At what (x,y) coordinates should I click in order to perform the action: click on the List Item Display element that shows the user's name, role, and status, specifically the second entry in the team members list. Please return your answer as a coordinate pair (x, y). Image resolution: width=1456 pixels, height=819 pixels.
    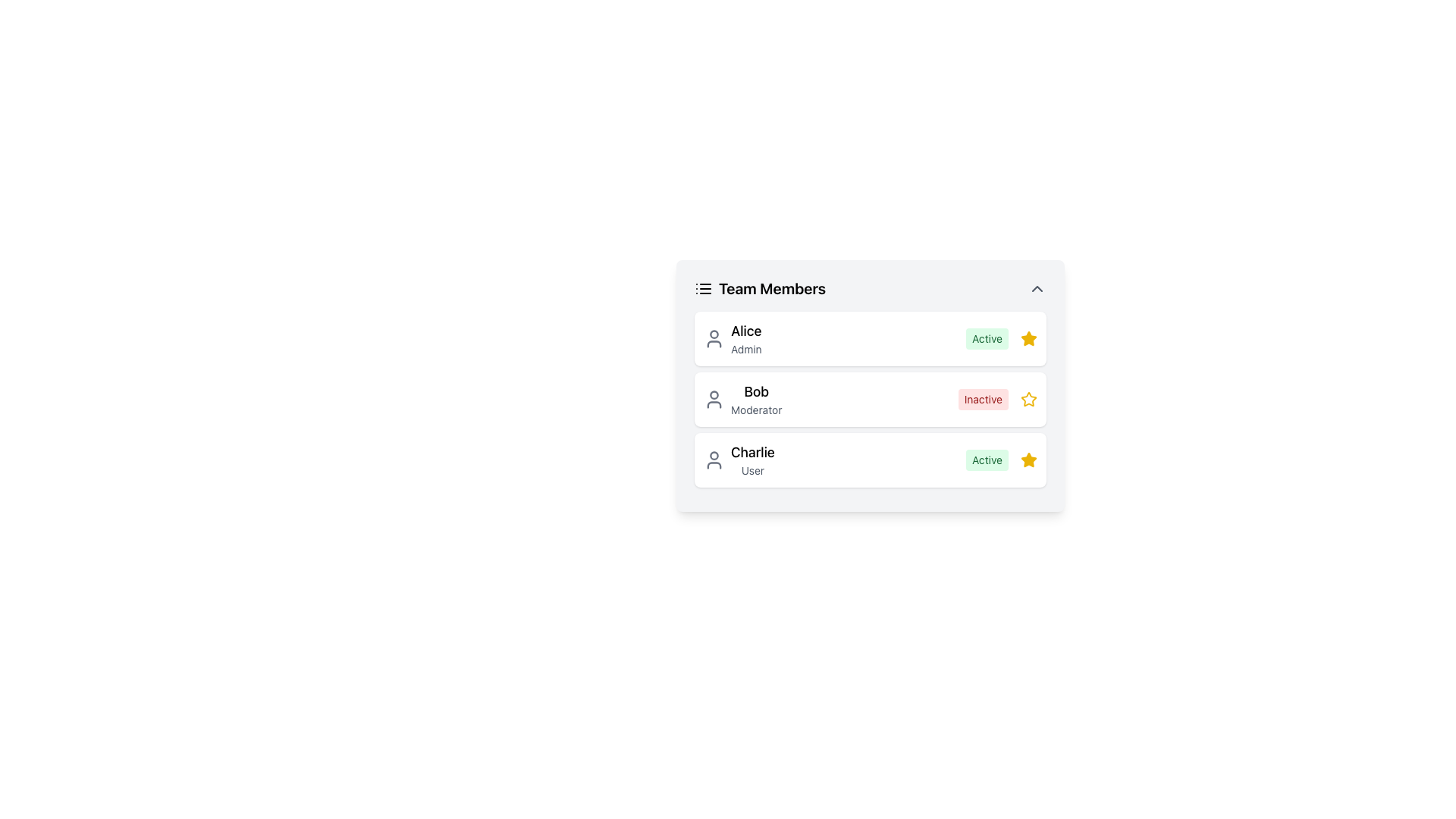
    Looking at the image, I should click on (870, 399).